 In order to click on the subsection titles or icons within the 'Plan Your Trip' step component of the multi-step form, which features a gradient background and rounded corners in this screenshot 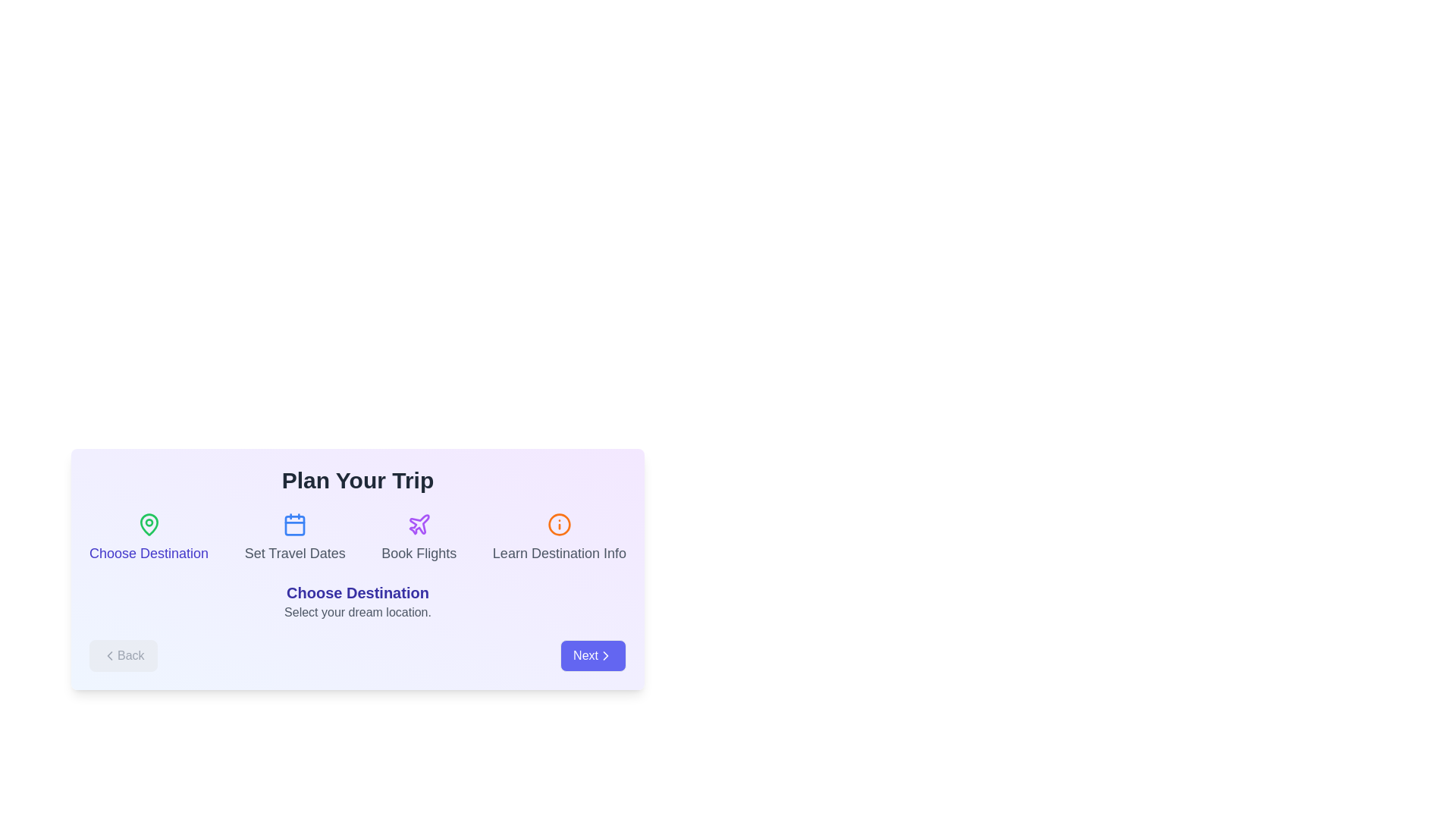, I will do `click(356, 570)`.